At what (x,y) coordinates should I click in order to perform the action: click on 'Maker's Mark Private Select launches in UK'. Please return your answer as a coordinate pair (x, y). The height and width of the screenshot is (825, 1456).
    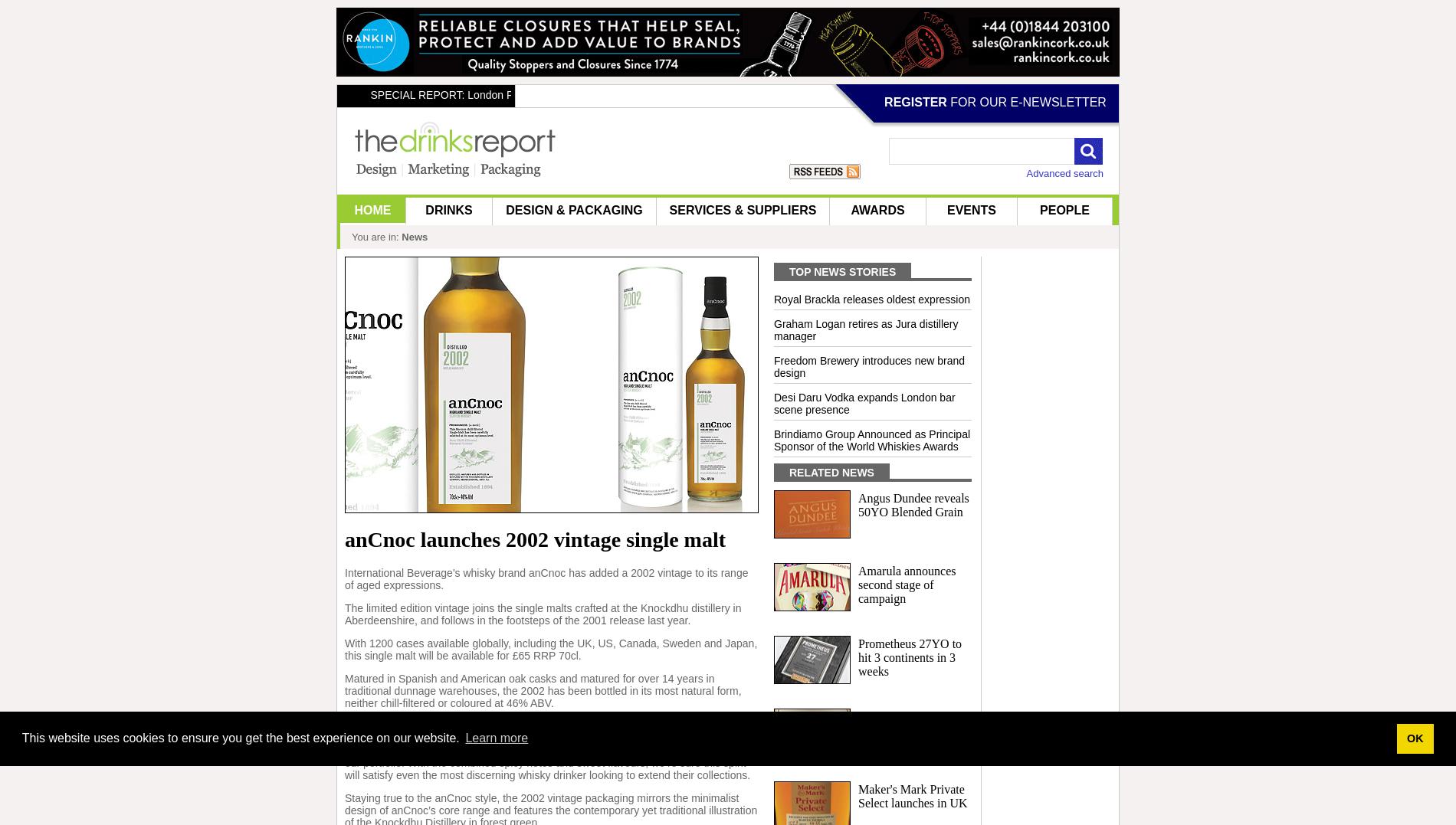
    Looking at the image, I should click on (911, 796).